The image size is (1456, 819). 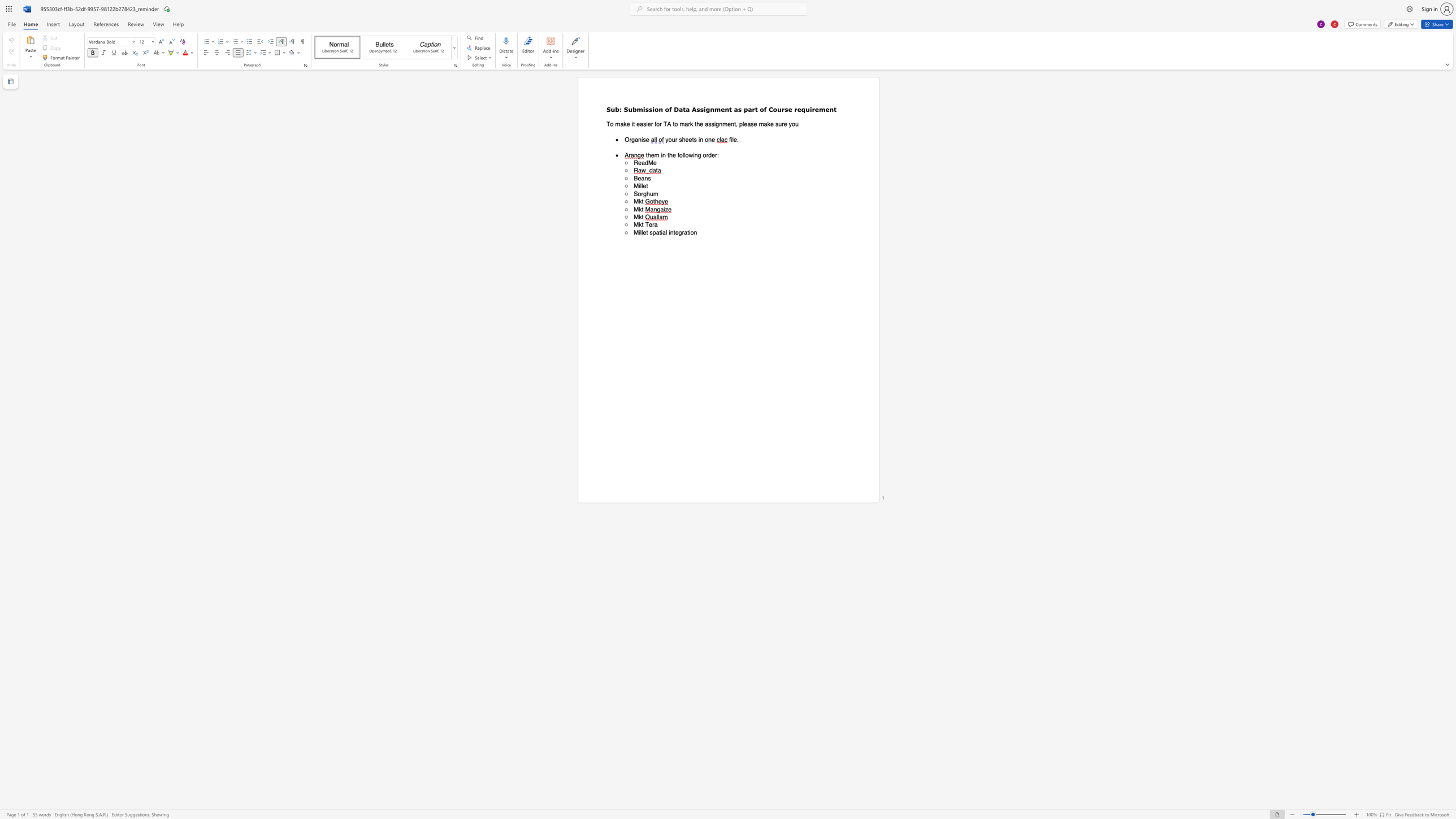 What do you see at coordinates (726, 124) in the screenshot?
I see `the subset text "ent, please make sure yo" within the text "To make it easier for TA to mark the assignment, please make sure you"` at bounding box center [726, 124].